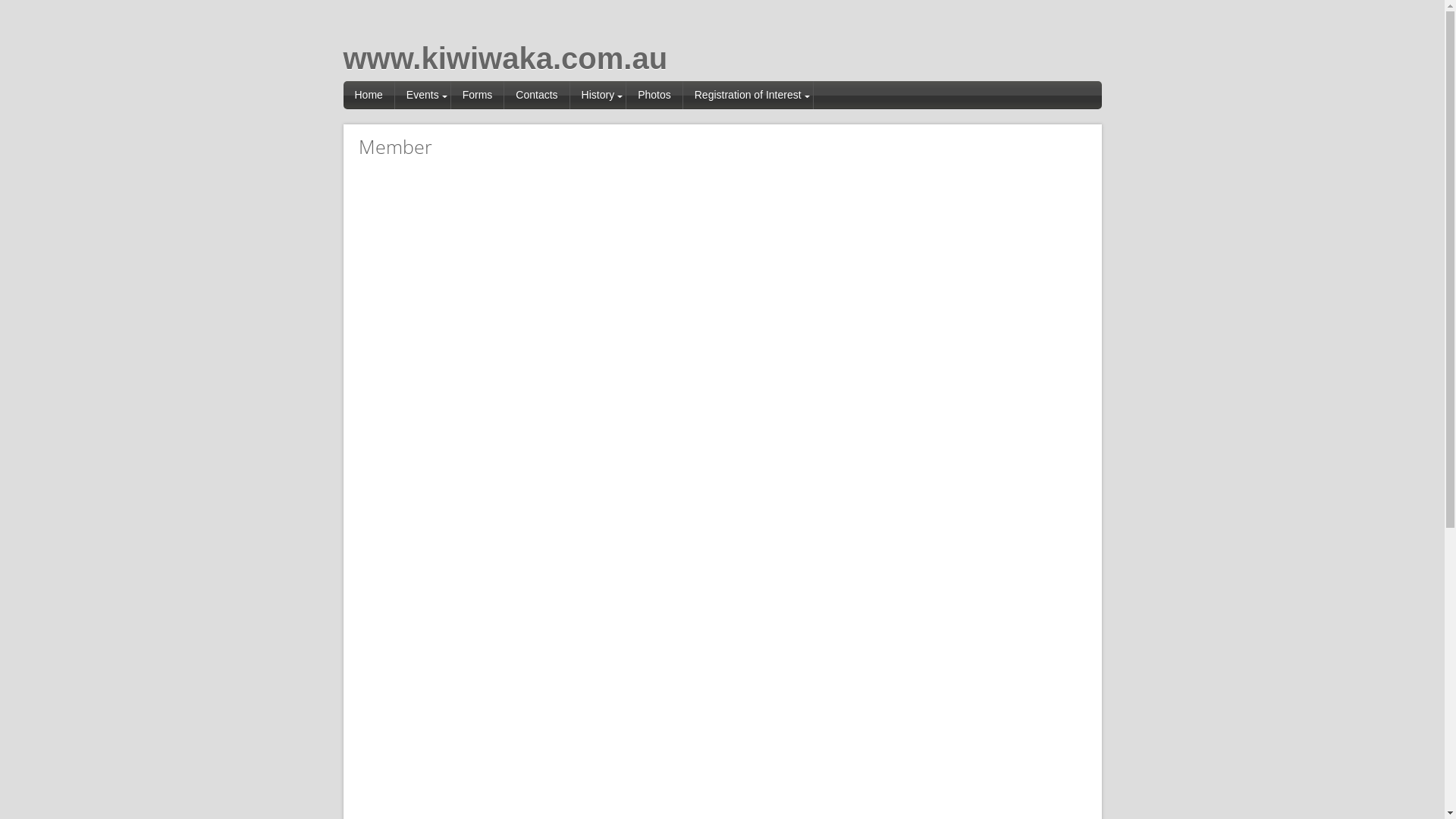 This screenshot has width=1456, height=819. Describe the element at coordinates (748, 95) in the screenshot. I see `'Registration of Interest'` at that location.